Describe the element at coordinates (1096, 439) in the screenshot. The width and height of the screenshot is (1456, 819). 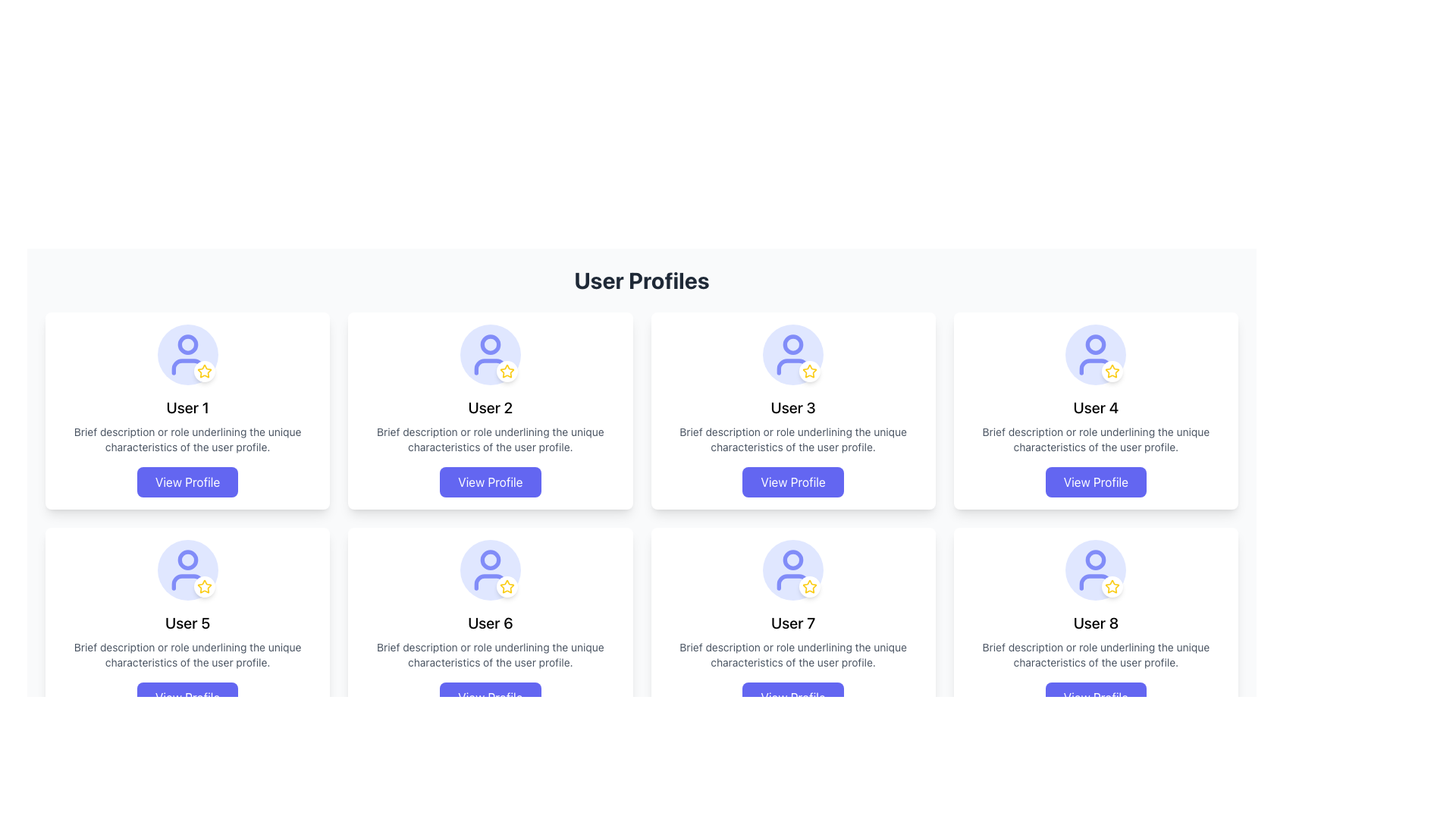
I see `the supplementary text label that provides additional details for the 'User 4' profile, located below the 'User 4' title and above the 'View Profile' button` at that location.